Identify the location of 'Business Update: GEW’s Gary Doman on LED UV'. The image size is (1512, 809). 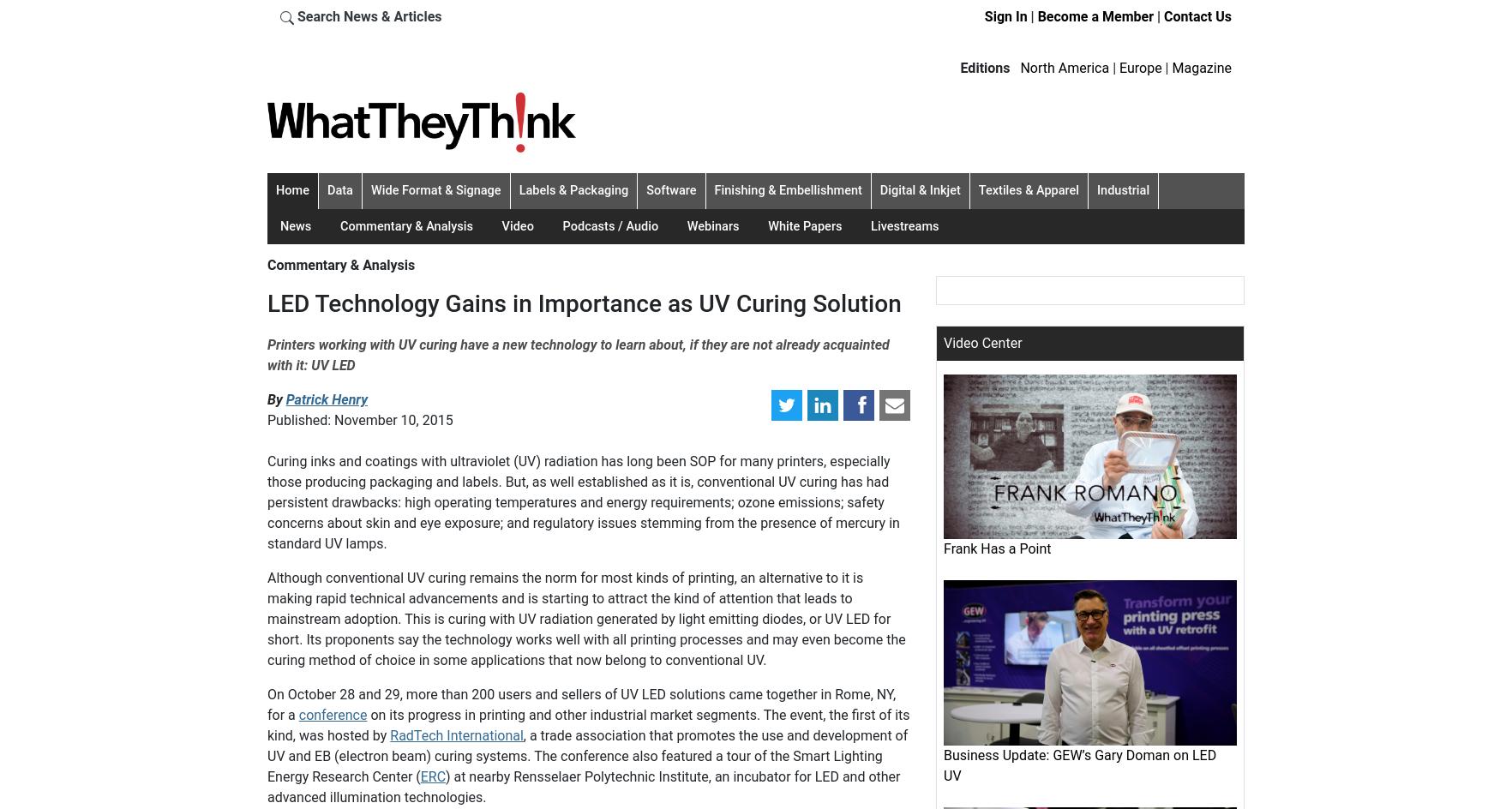
(1080, 764).